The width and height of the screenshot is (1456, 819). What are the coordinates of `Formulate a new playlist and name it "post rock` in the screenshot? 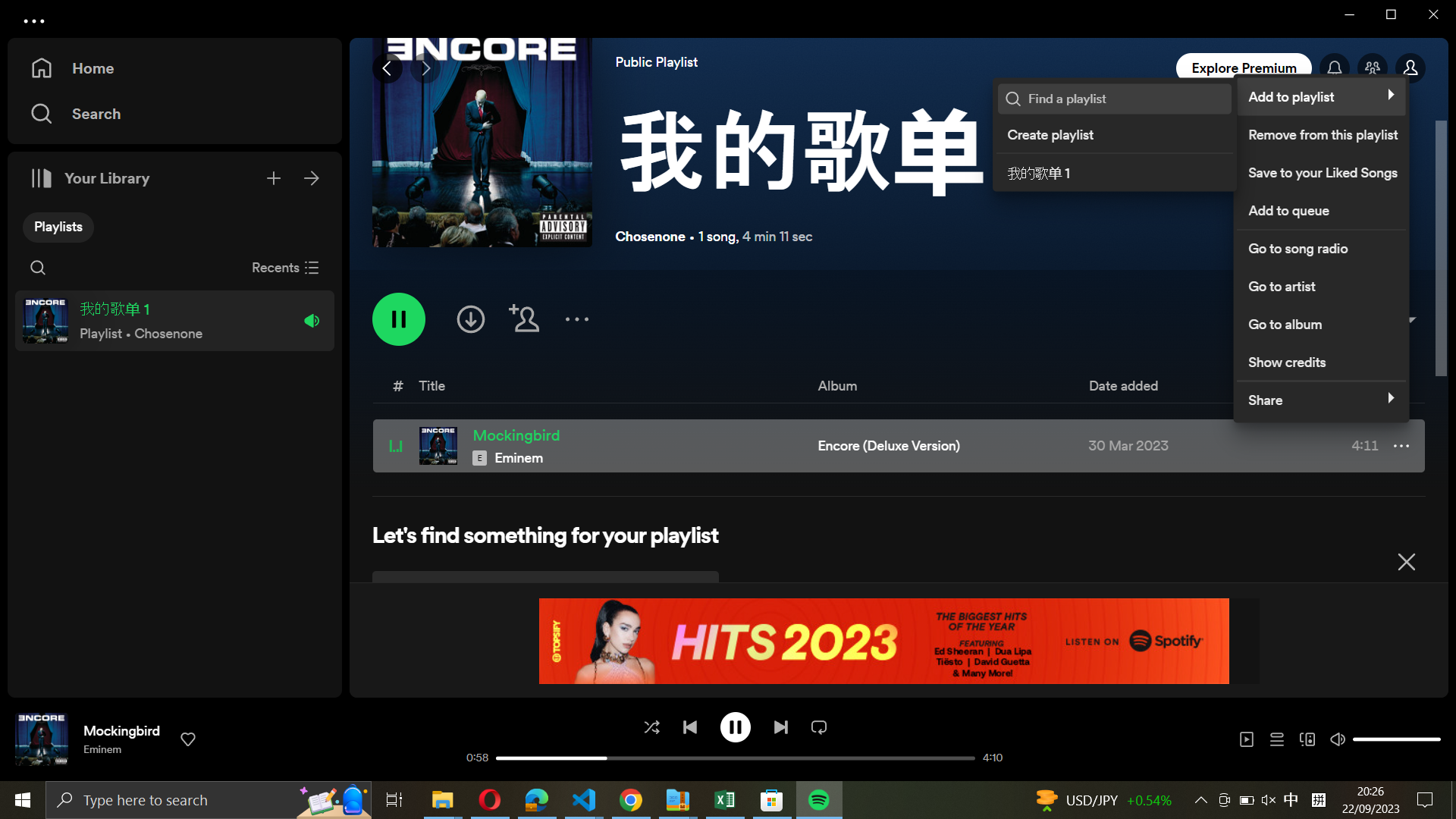 It's located at (1113, 131).